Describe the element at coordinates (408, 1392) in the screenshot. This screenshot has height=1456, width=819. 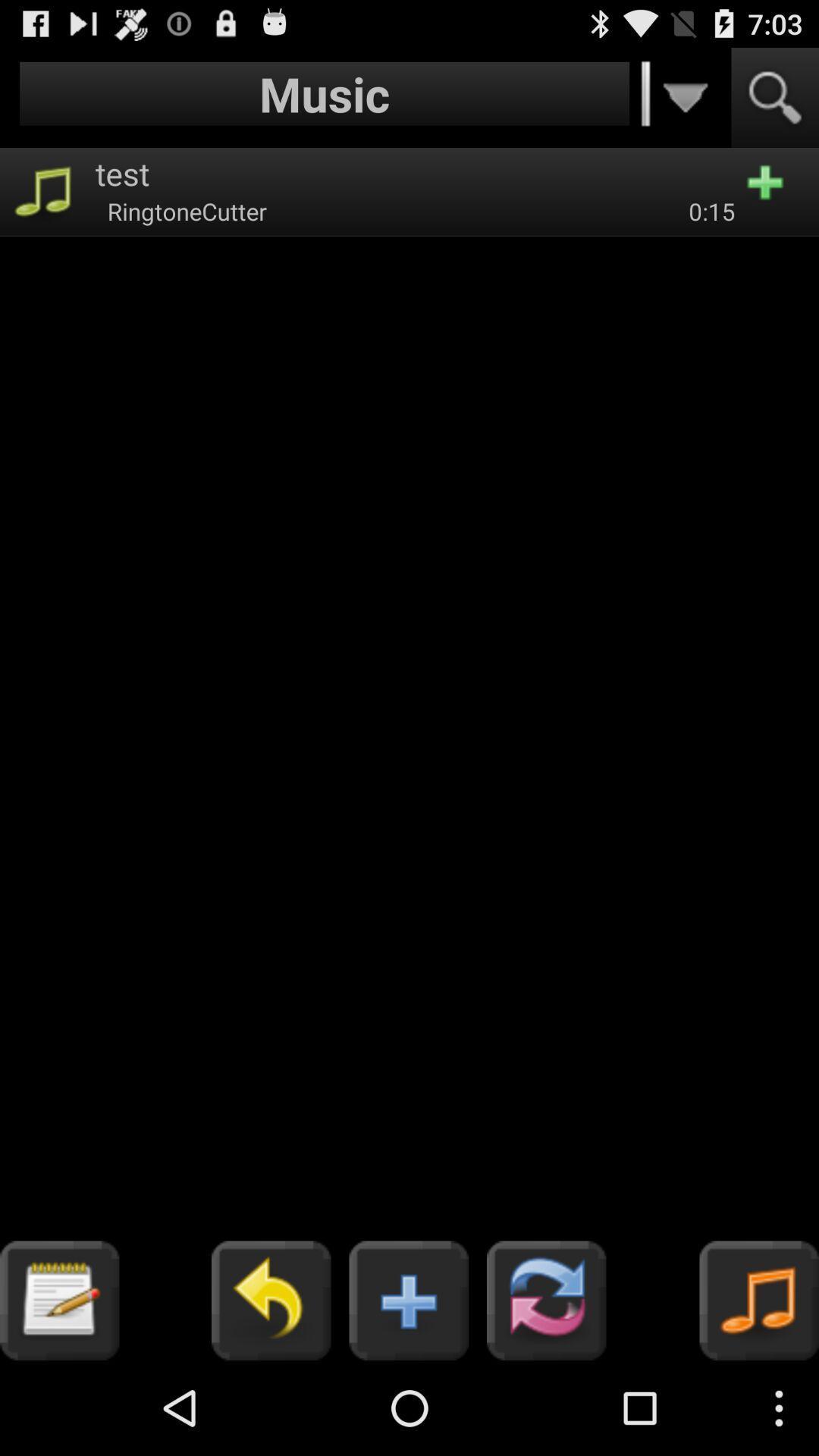
I see `the add icon` at that location.